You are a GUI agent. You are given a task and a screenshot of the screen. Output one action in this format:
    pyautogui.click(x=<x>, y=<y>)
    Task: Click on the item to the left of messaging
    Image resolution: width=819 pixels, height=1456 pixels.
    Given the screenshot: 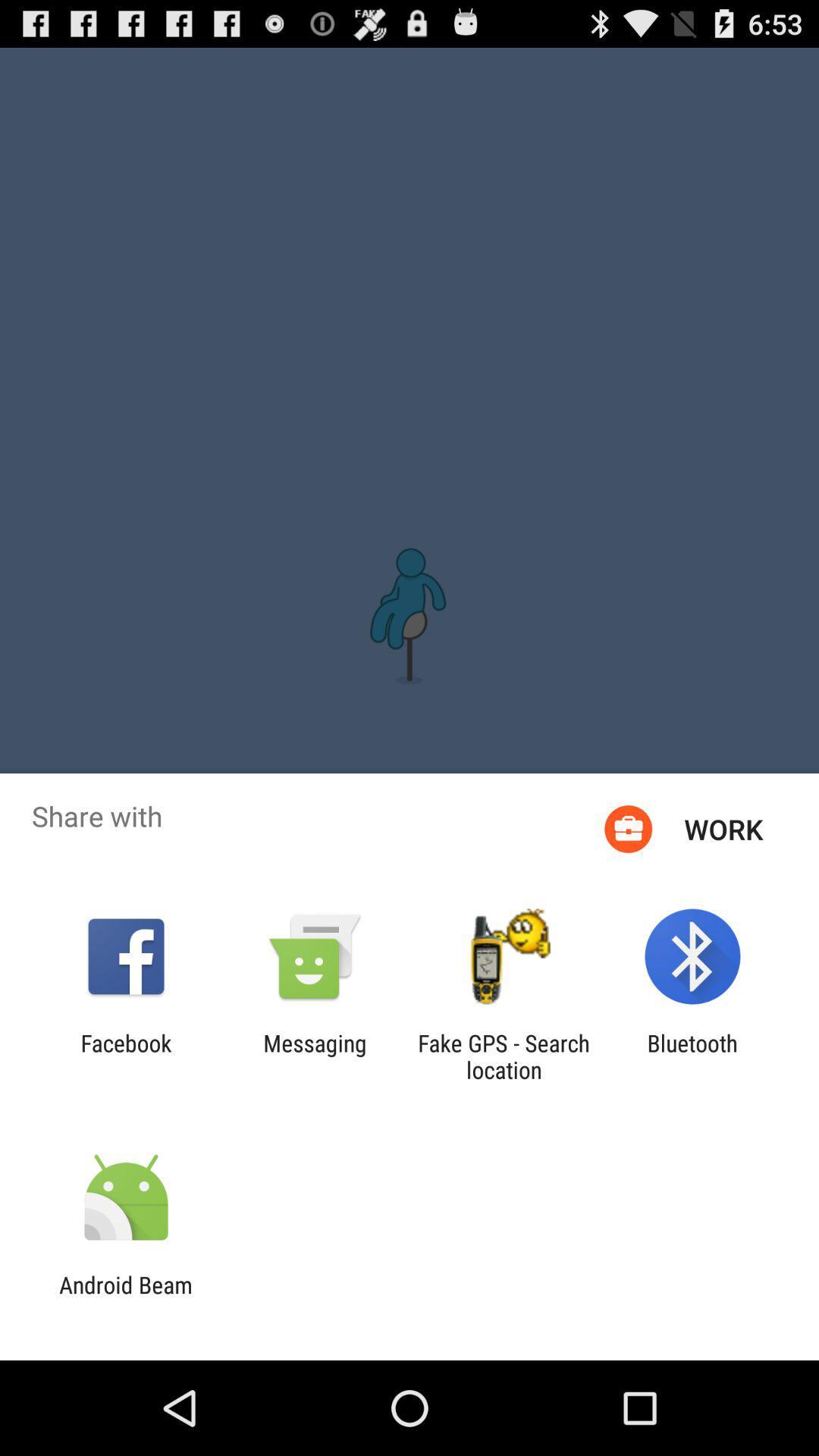 What is the action you would take?
    pyautogui.click(x=125, y=1056)
    